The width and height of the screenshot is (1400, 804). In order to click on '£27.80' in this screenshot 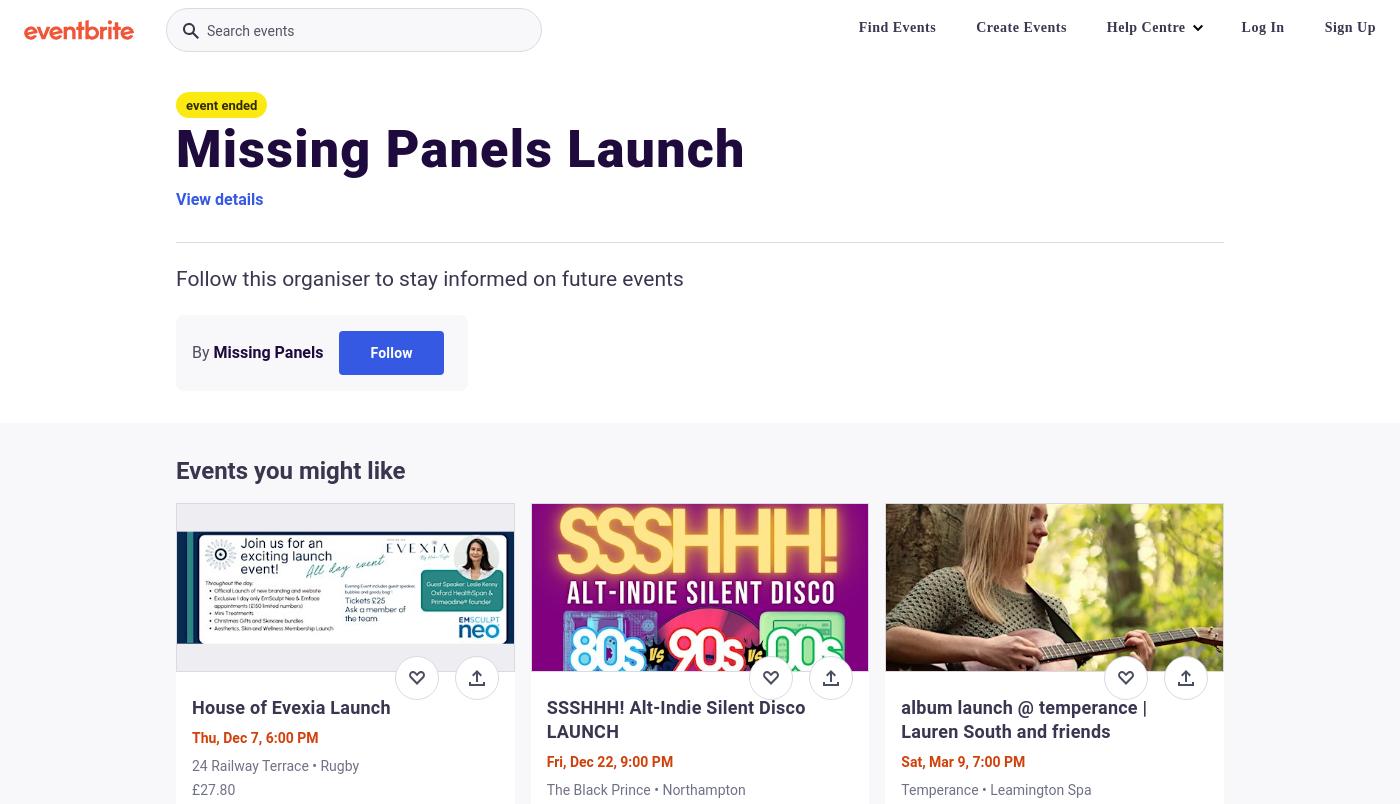, I will do `click(213, 789)`.